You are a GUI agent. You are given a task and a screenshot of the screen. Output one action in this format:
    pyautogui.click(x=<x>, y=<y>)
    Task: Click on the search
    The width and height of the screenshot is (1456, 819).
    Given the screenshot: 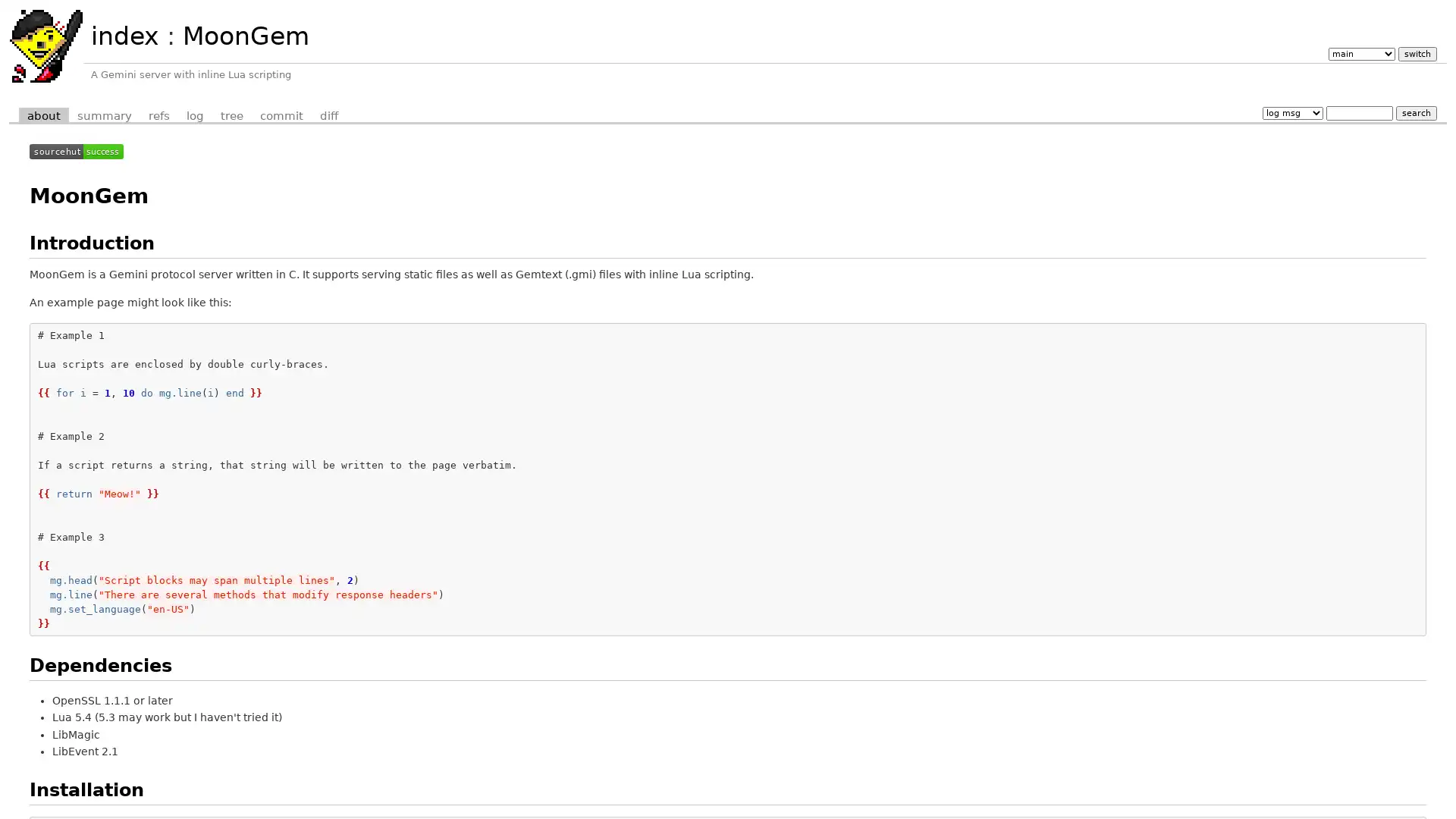 What is the action you would take?
    pyautogui.click(x=1415, y=111)
    